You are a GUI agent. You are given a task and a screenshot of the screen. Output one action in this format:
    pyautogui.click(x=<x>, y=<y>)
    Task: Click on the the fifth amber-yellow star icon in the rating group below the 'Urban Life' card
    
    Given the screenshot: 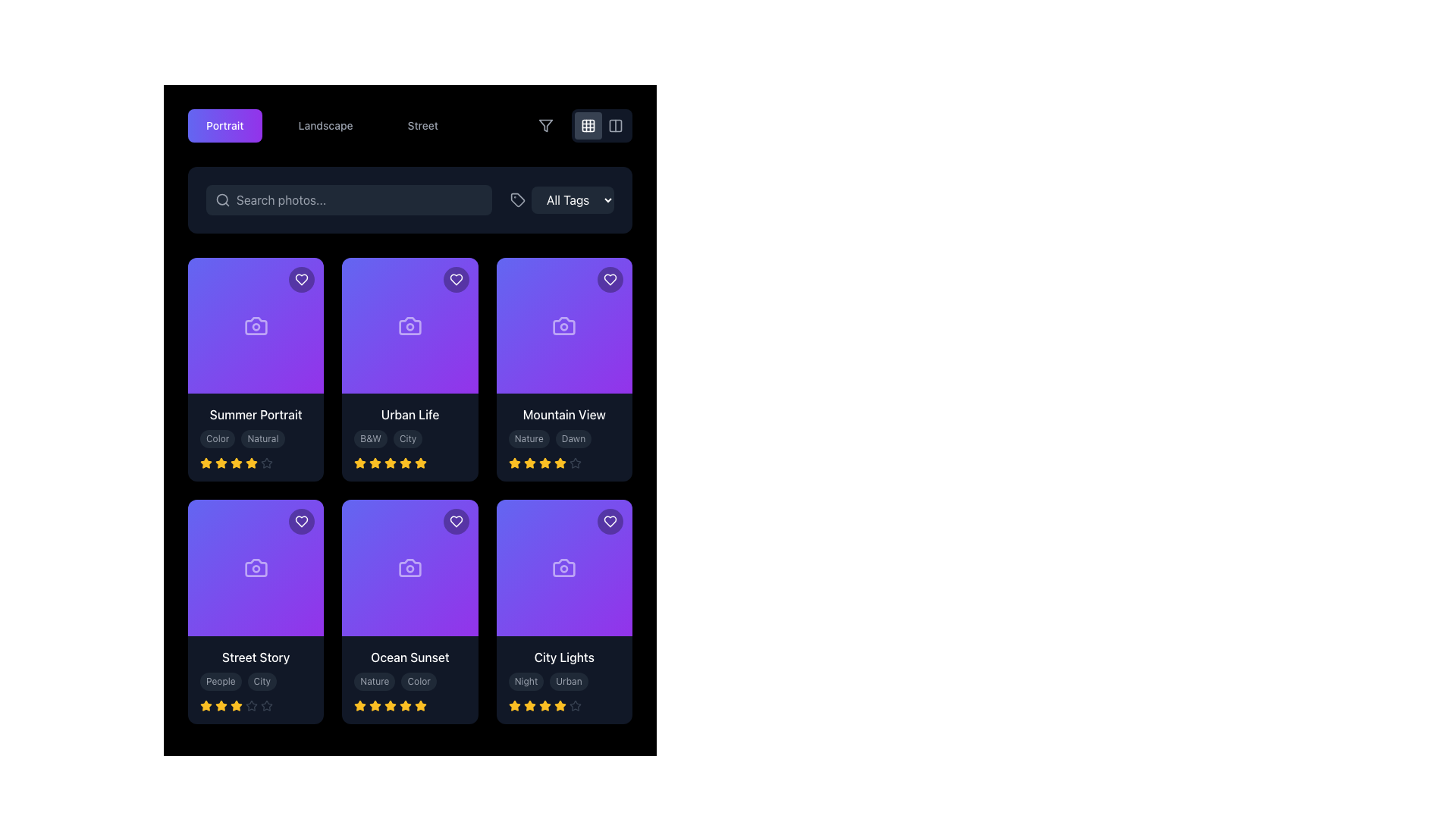 What is the action you would take?
    pyautogui.click(x=406, y=463)
    